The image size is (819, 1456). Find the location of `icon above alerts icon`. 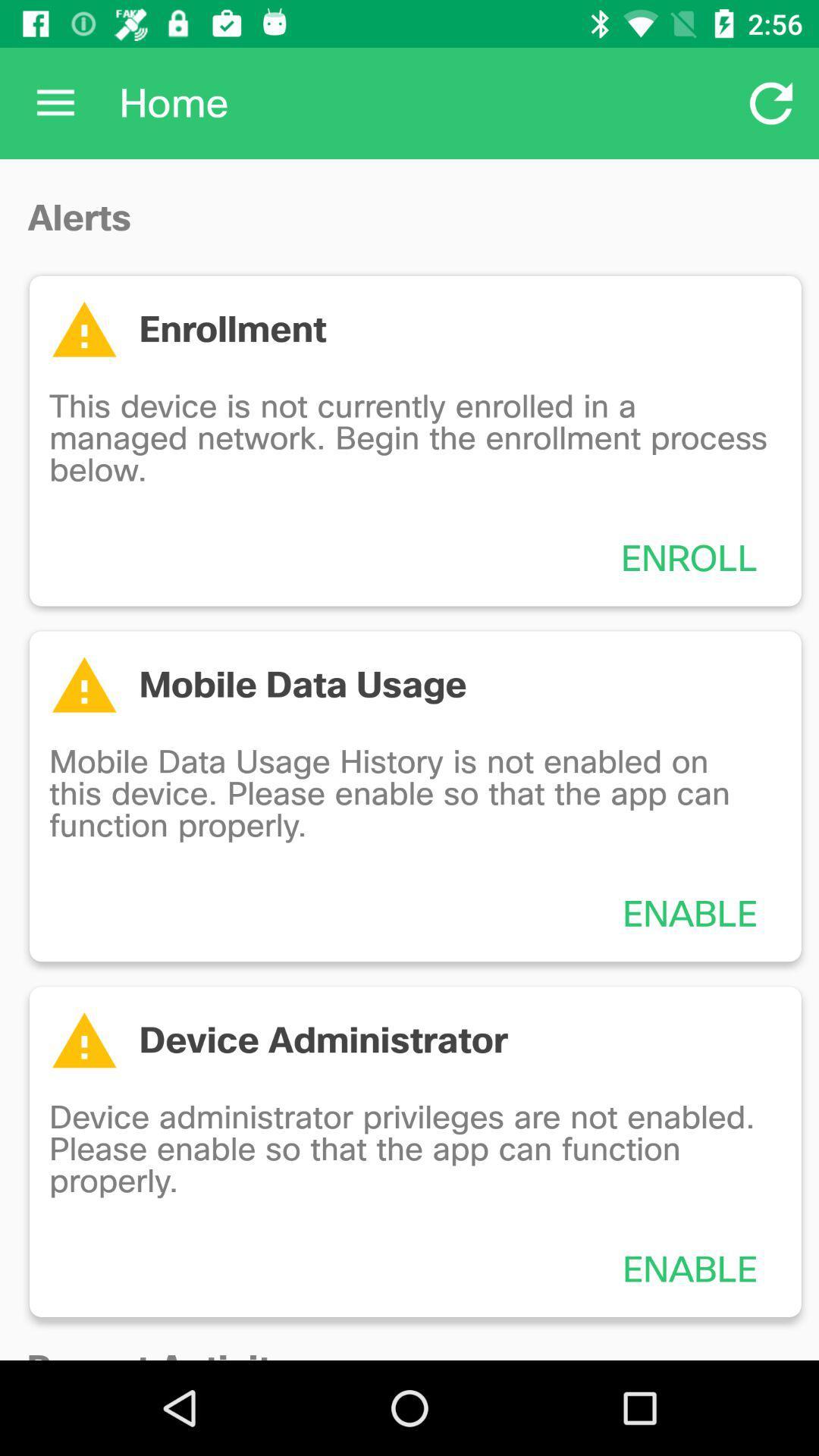

icon above alerts icon is located at coordinates (55, 102).